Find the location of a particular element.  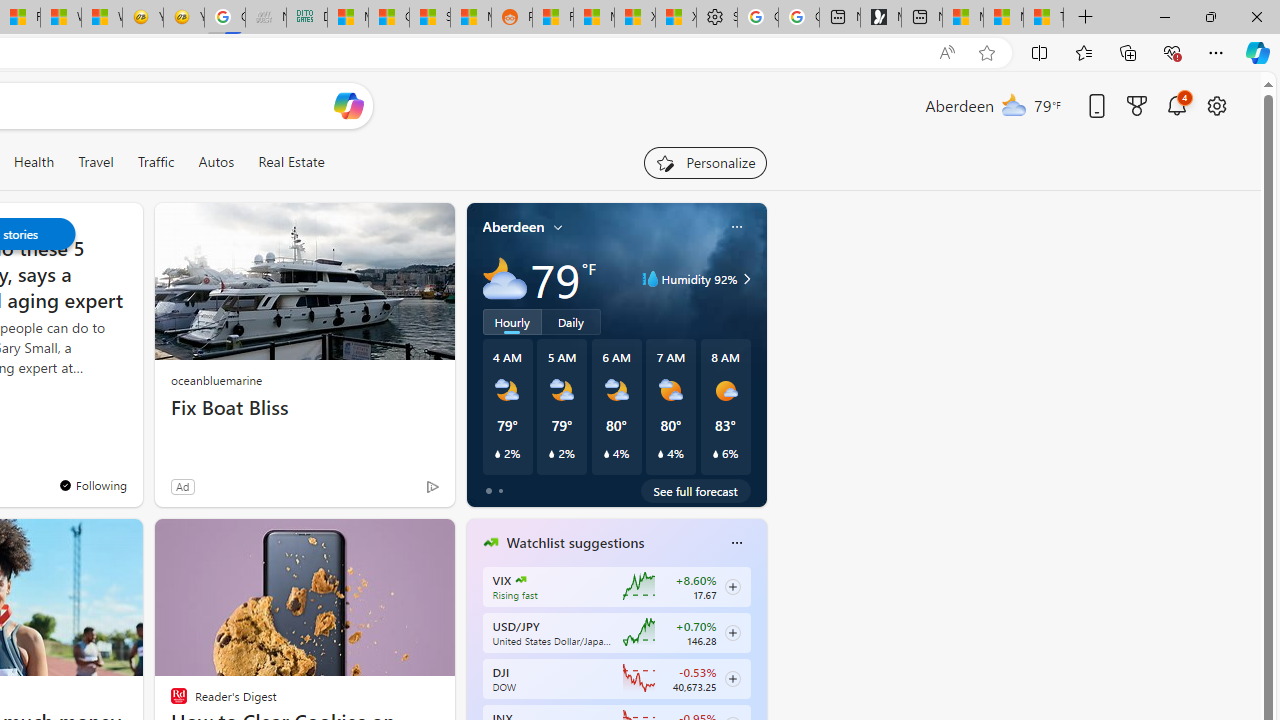

'oceanbluemarine' is located at coordinates (216, 380).